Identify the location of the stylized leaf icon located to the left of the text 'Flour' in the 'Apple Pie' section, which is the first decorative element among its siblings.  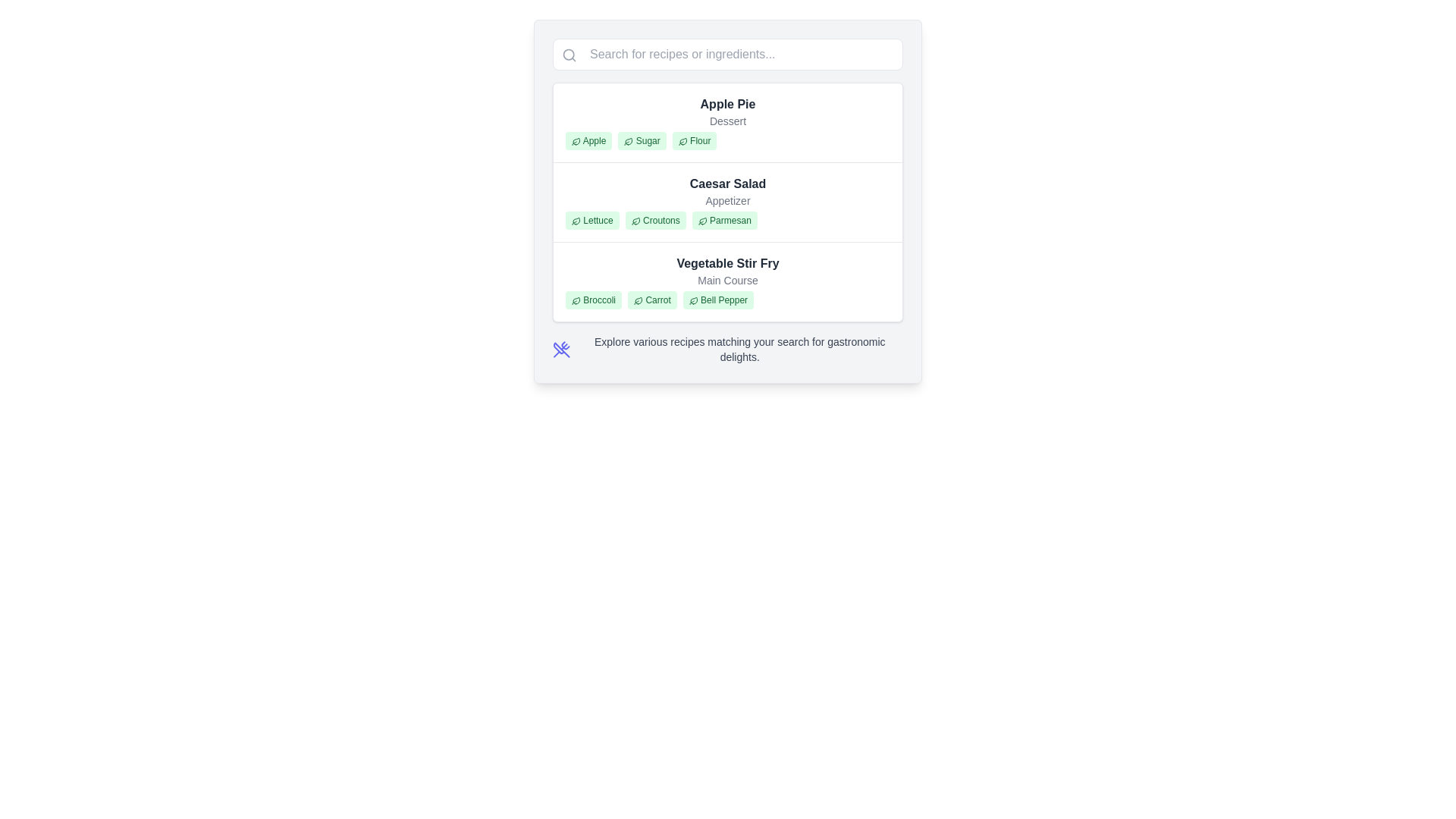
(682, 141).